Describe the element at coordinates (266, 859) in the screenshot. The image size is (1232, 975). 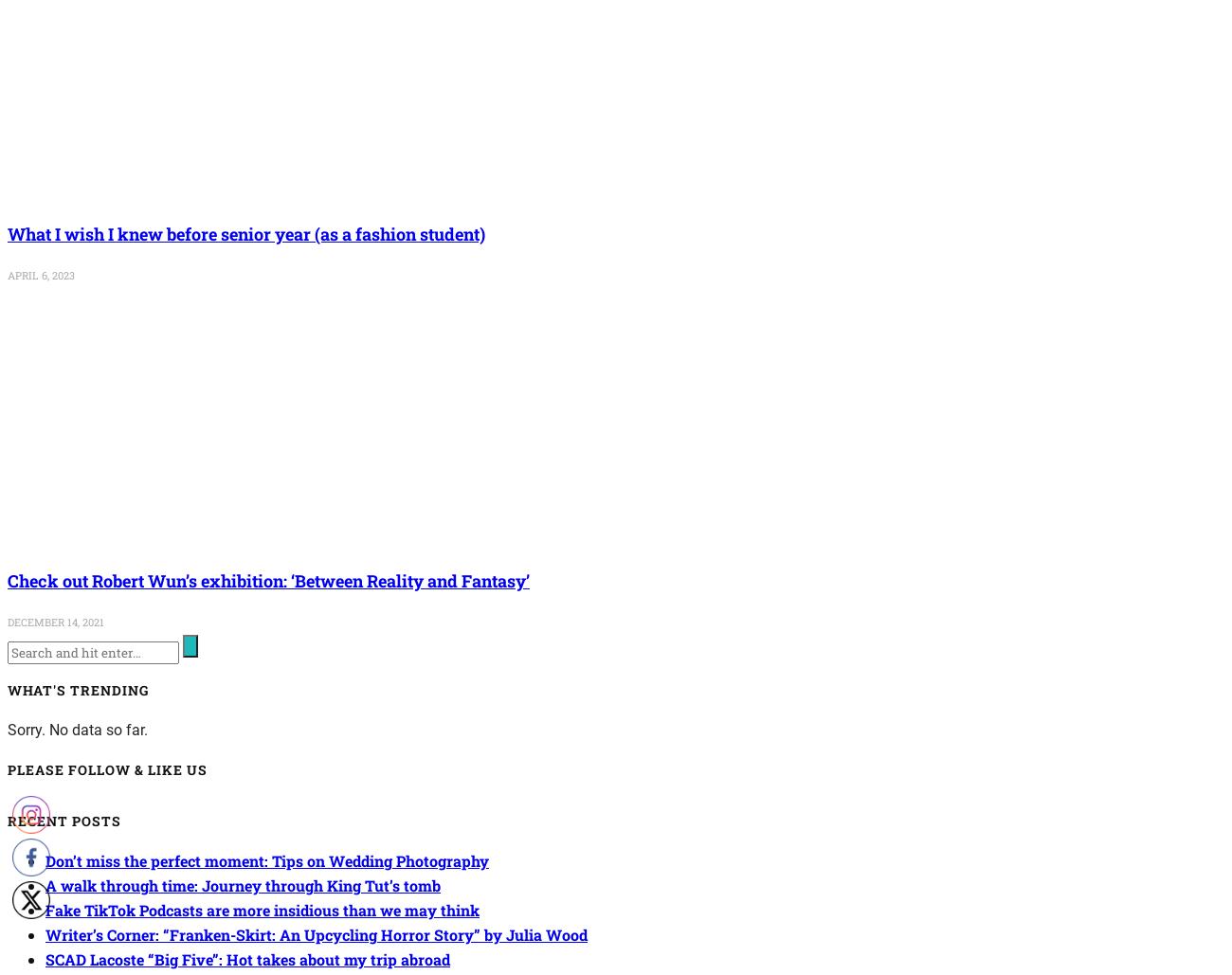
I see `'Don’t miss the perfect moment: Tips on Wedding Photography'` at that location.